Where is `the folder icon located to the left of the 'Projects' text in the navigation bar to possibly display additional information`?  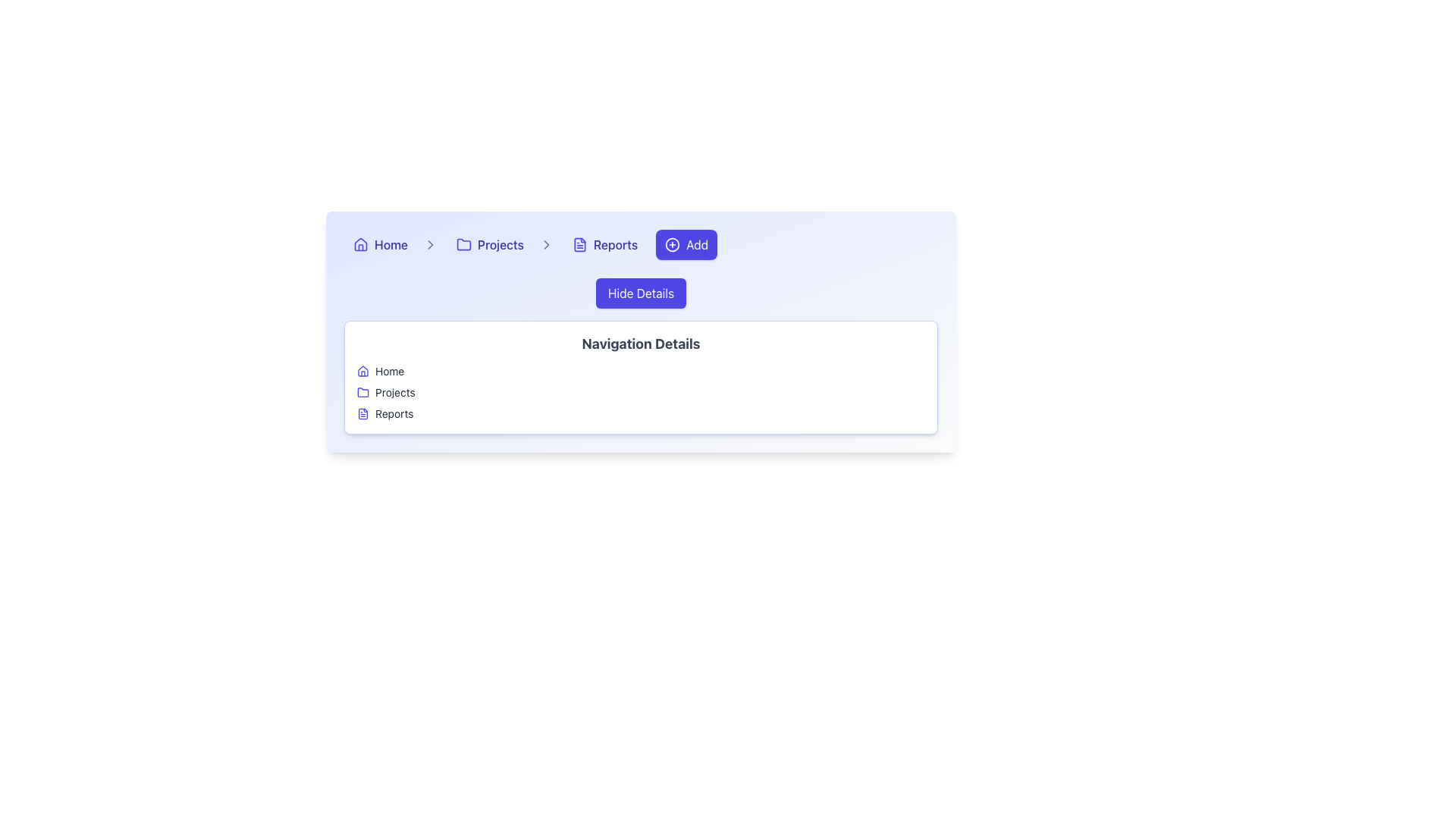
the folder icon located to the left of the 'Projects' text in the navigation bar to possibly display additional information is located at coordinates (463, 243).